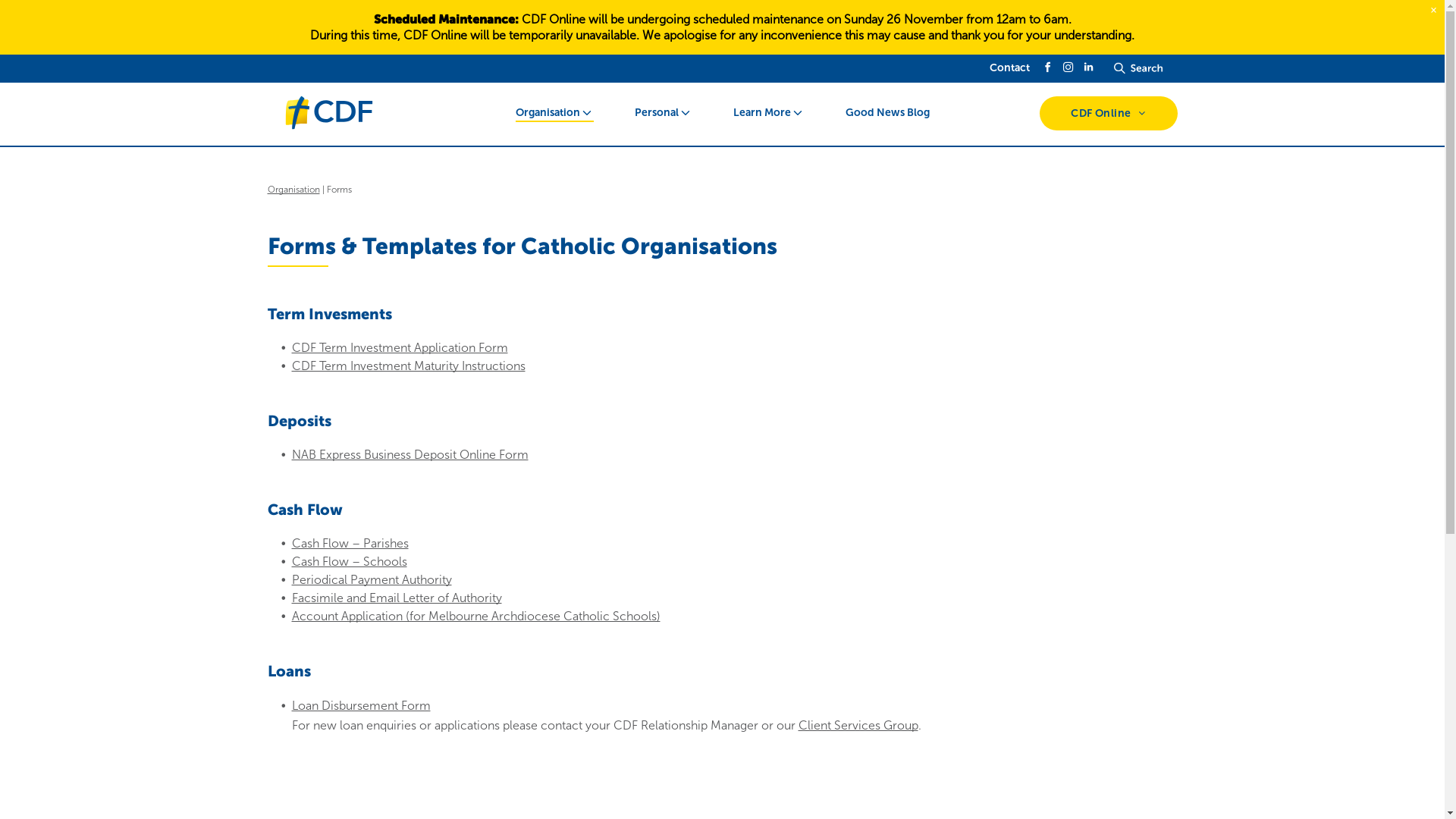 Image resolution: width=1456 pixels, height=819 pixels. I want to click on 'Facsimile and Email Letter of Authority', so click(396, 597).